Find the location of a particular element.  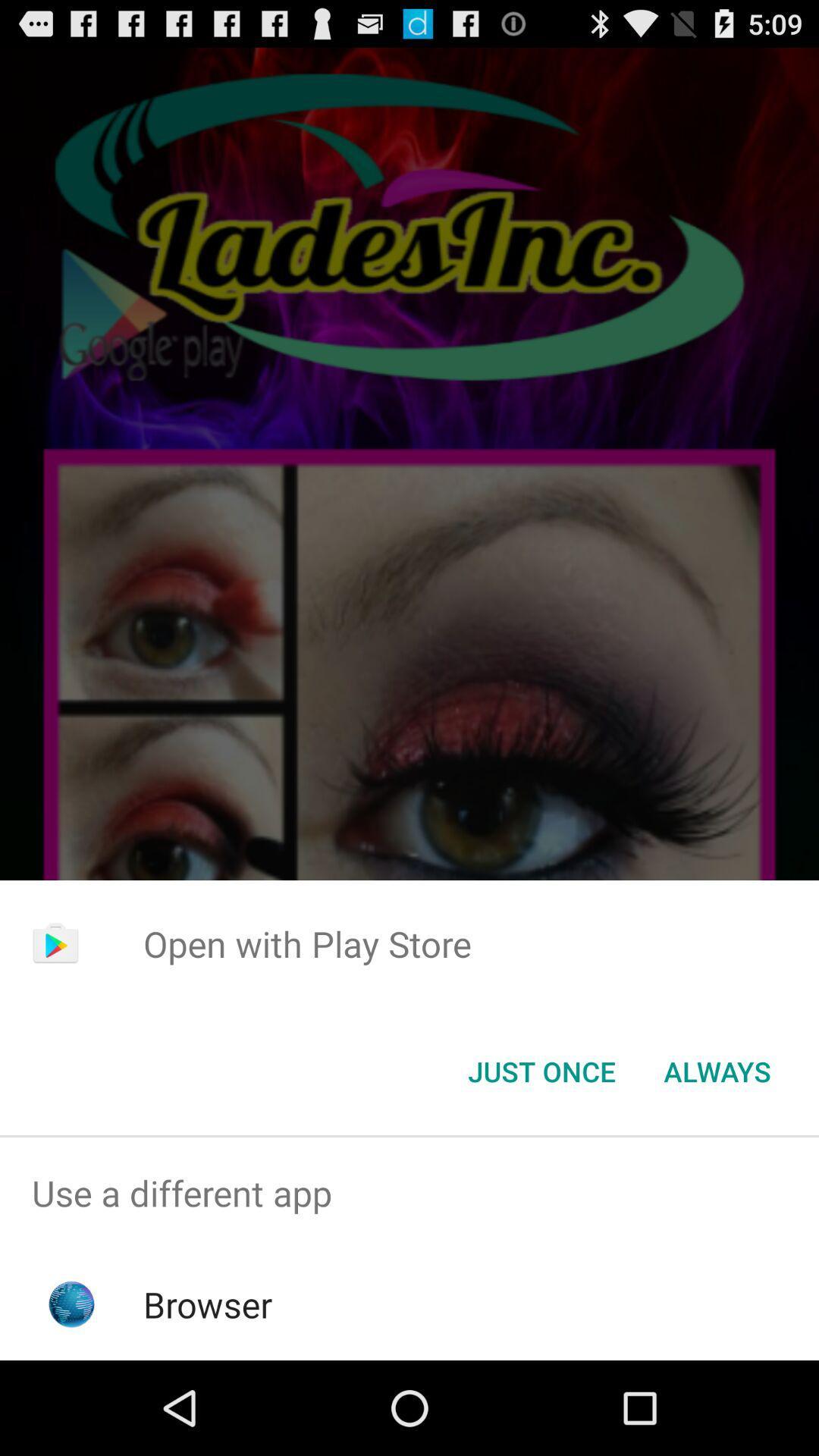

browser item is located at coordinates (208, 1304).